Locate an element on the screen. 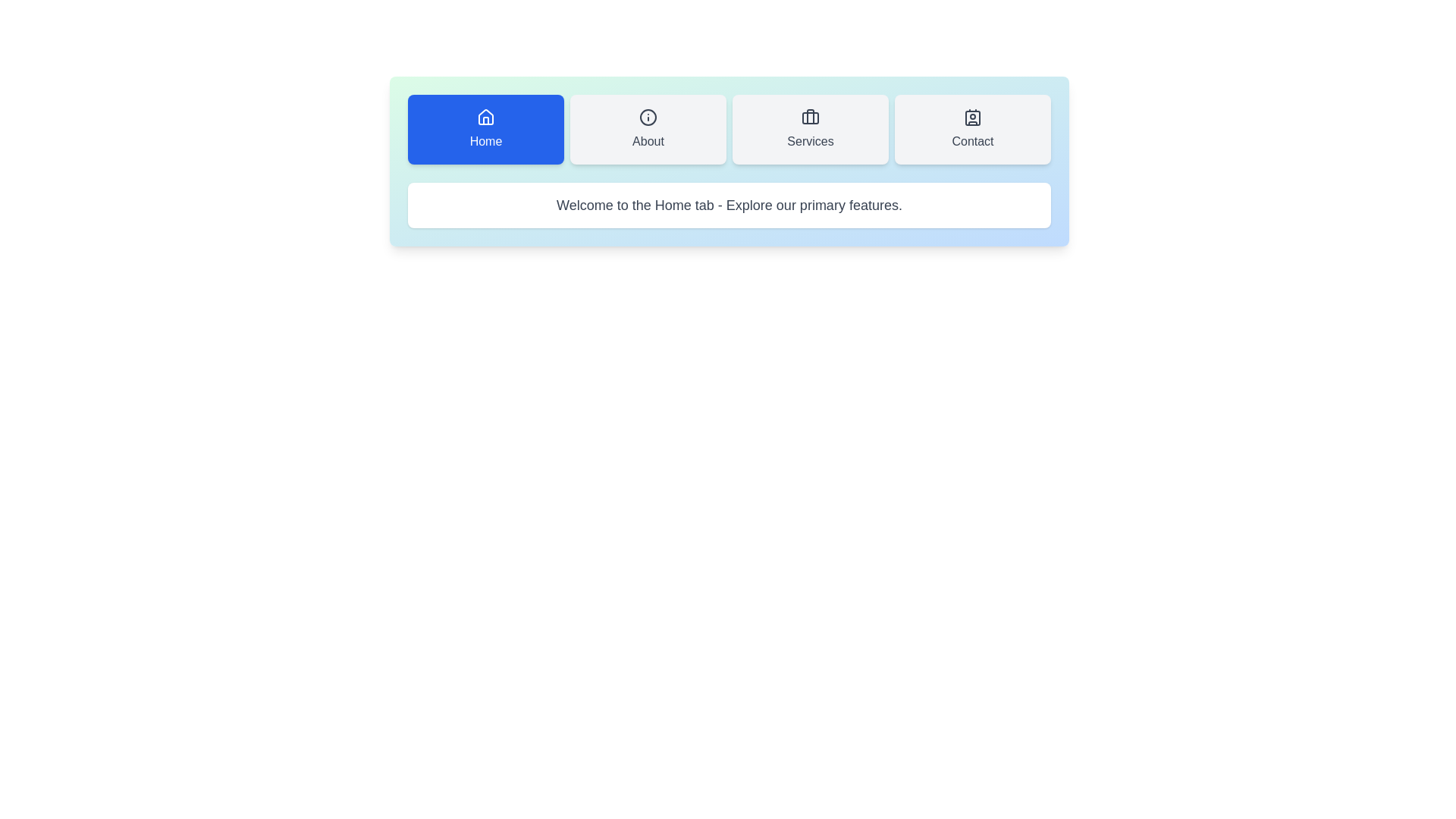 The height and width of the screenshot is (819, 1456). the vertical rectangular handle of the briefcase icon located centrally within the third button labeled 'Services' in the horizontal navigation bar is located at coordinates (810, 116).